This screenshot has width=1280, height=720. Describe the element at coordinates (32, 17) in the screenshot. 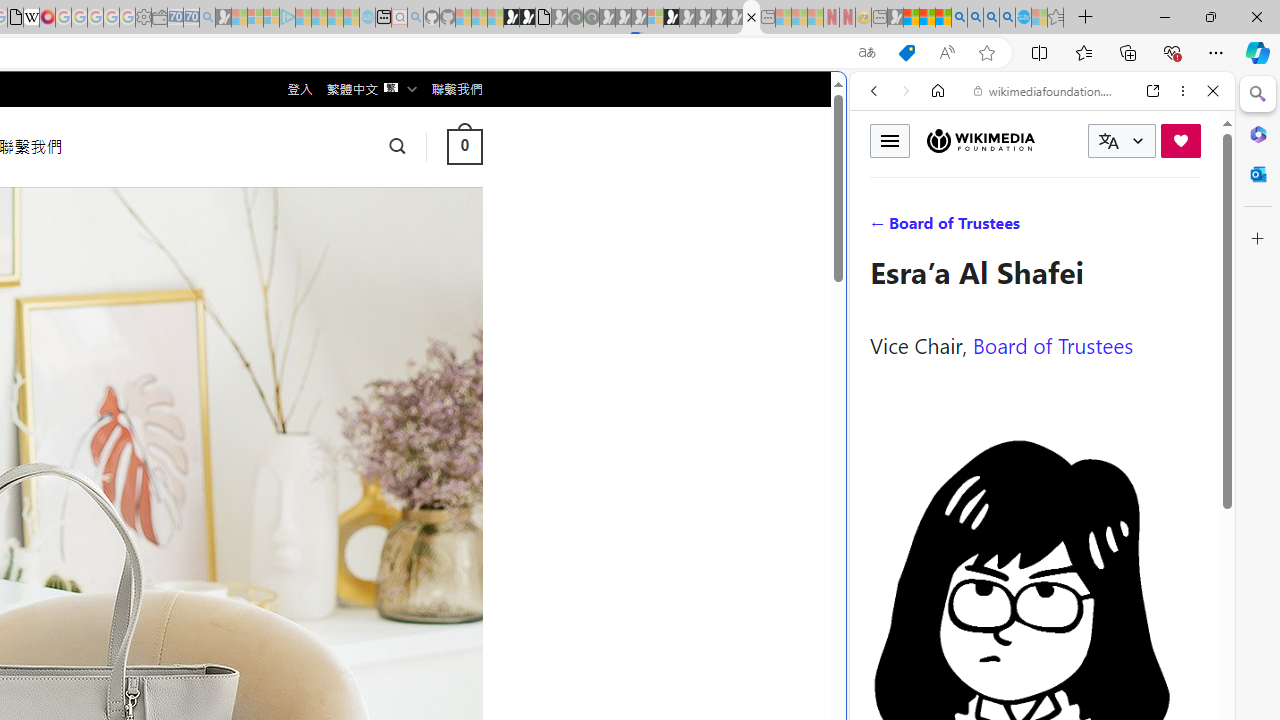

I see `'Target page - Wikipedia'` at that location.